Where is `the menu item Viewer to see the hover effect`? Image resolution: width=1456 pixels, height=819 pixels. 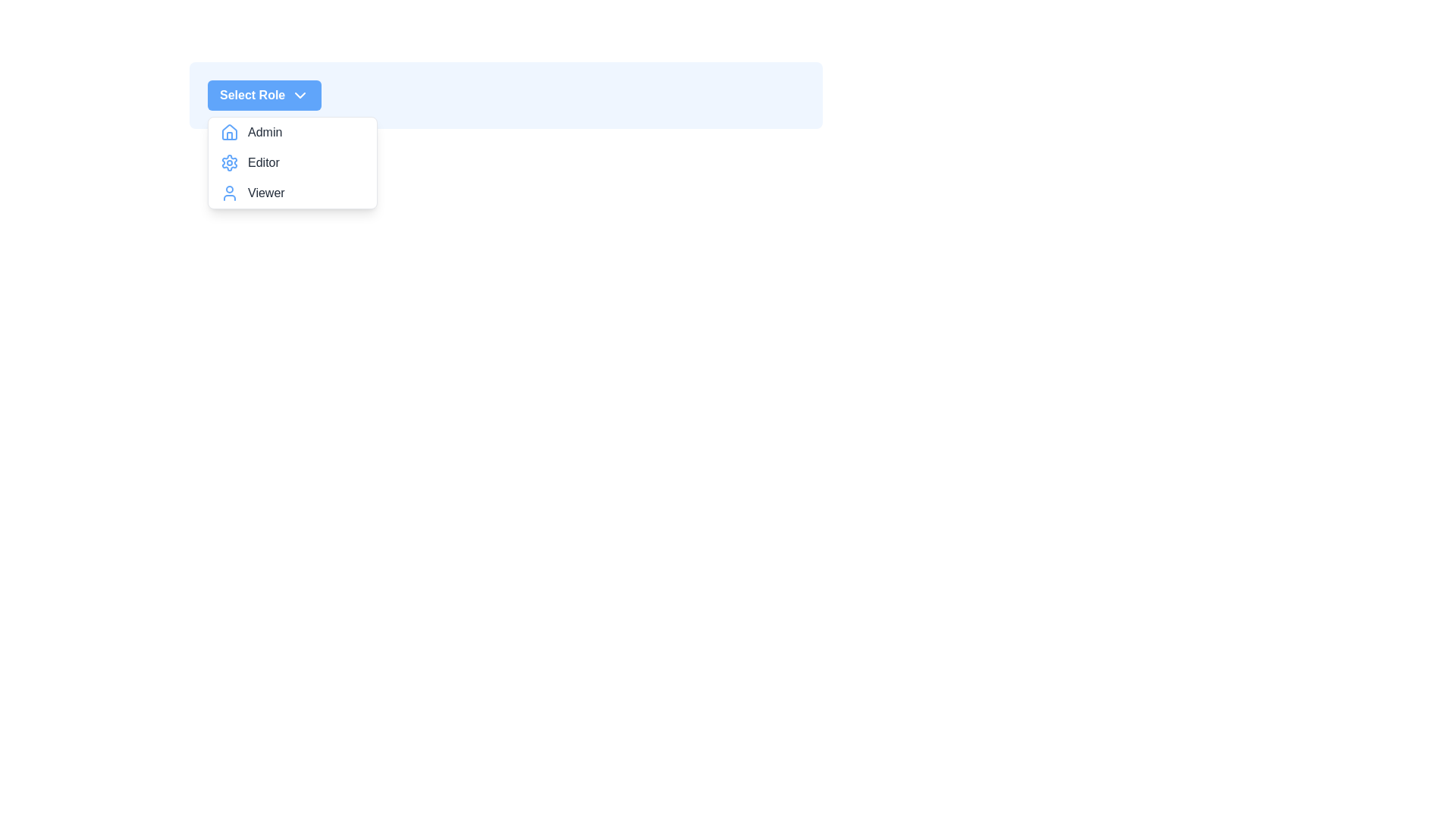
the menu item Viewer to see the hover effect is located at coordinates (292, 192).